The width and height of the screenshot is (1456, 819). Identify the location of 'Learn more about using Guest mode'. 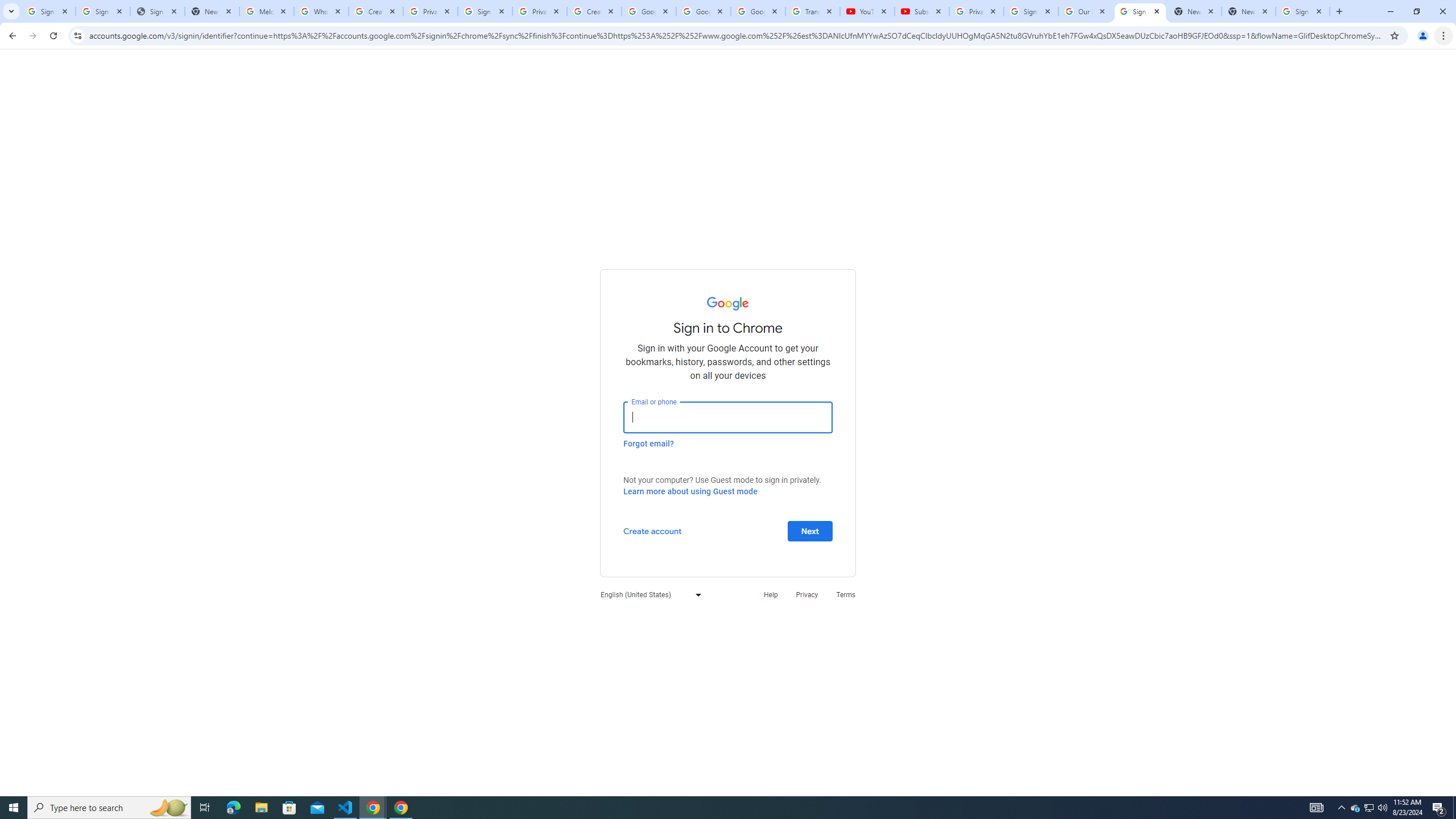
(689, 491).